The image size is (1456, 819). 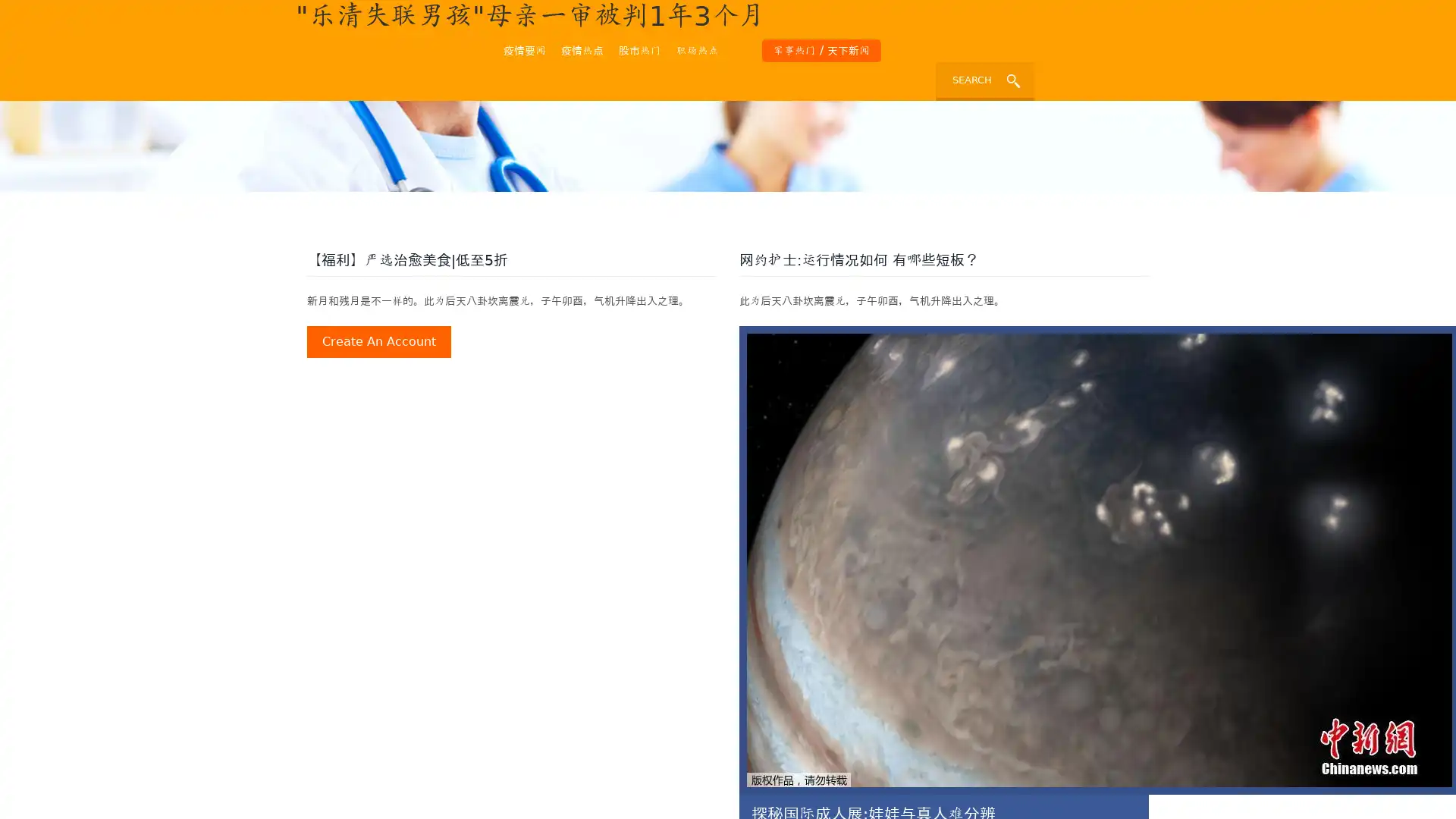 What do you see at coordinates (378, 341) in the screenshot?
I see `create an account` at bounding box center [378, 341].